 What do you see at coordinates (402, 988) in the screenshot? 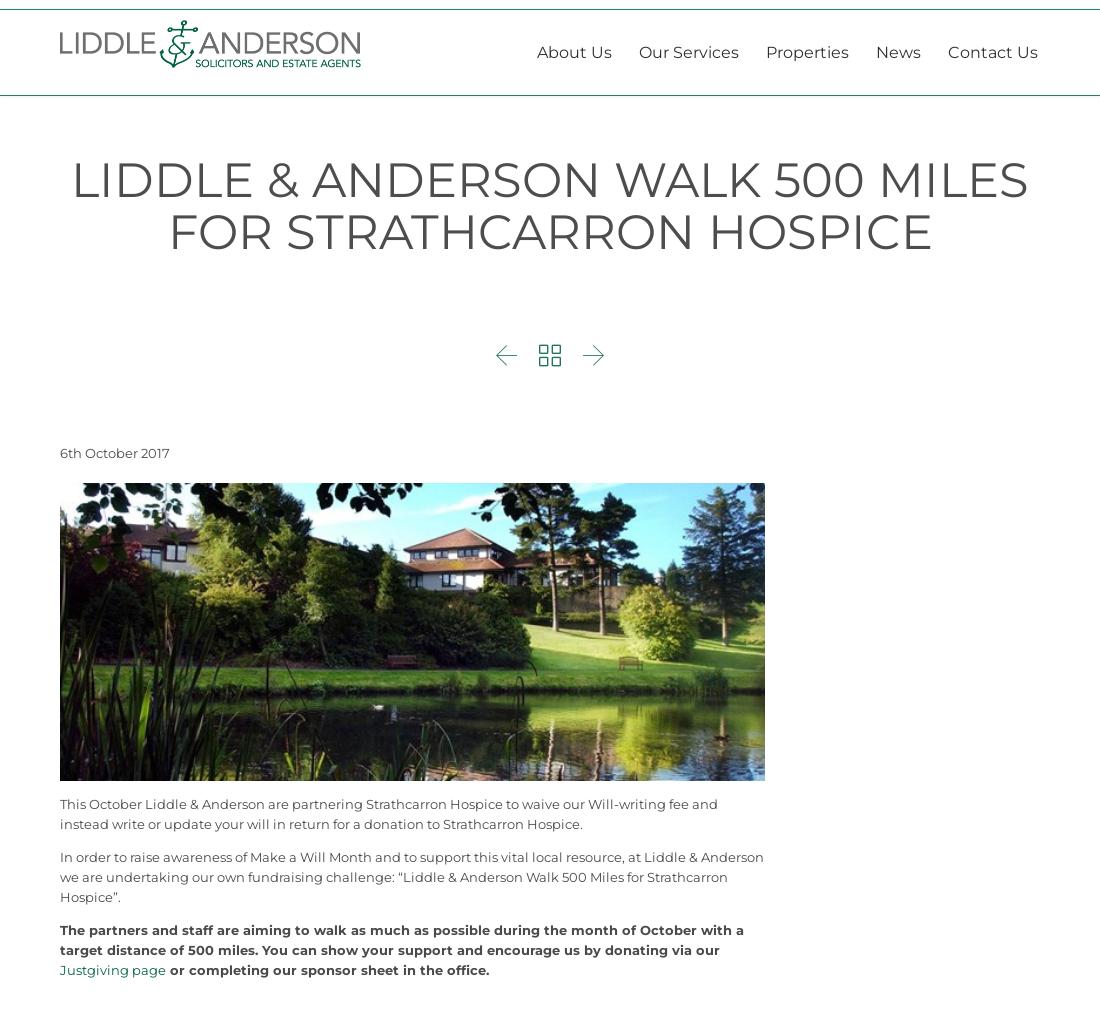
I see `'The partners and staff are aiming to walk as much as possible during the month of October with a target distance of 500 miles. You can show your support and encourage us by donating via our'` at bounding box center [402, 988].